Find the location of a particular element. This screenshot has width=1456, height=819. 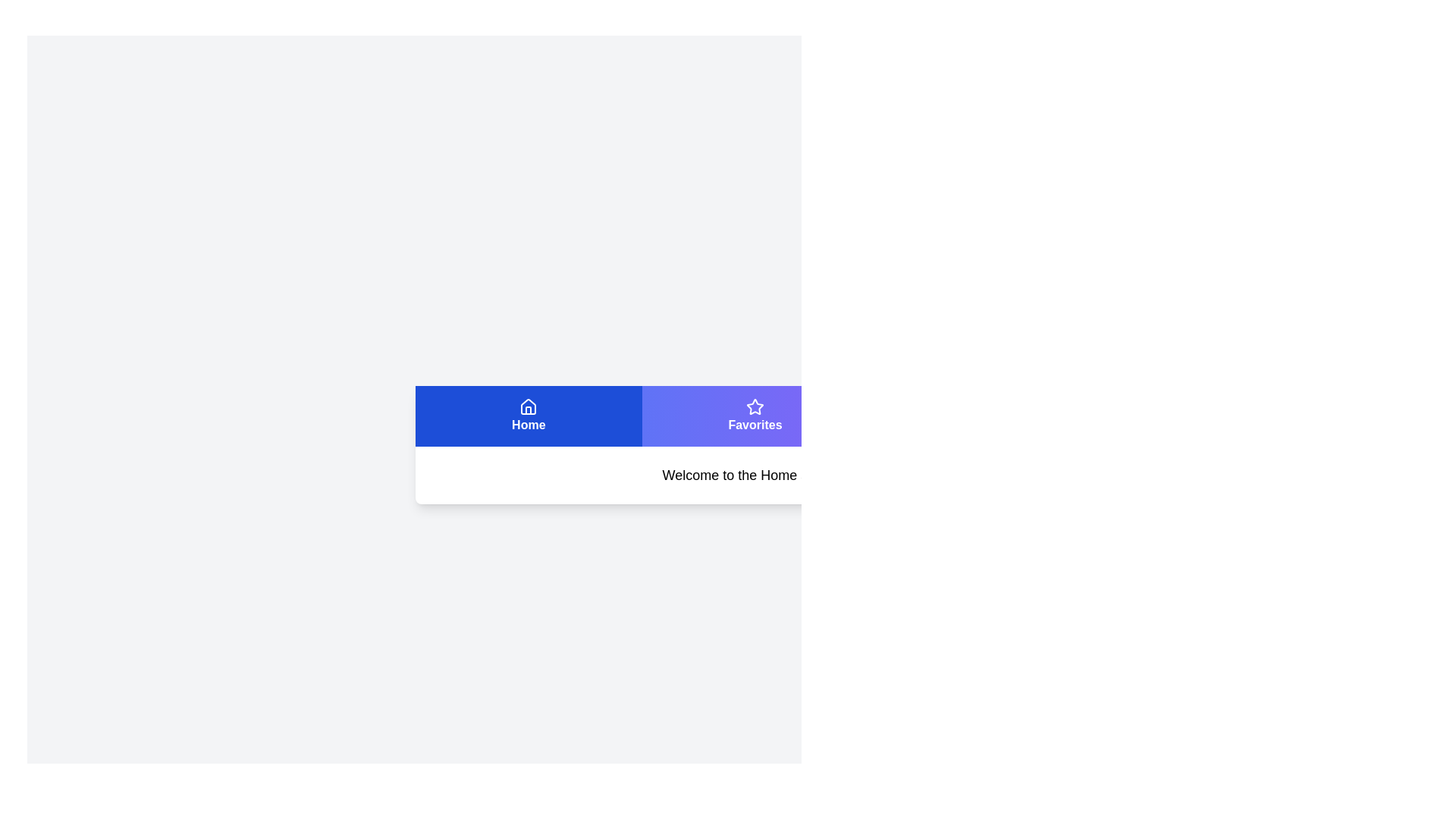

the 'Home' icon located in the blue rectangular area at the top-left of the navigation bar is located at coordinates (529, 406).